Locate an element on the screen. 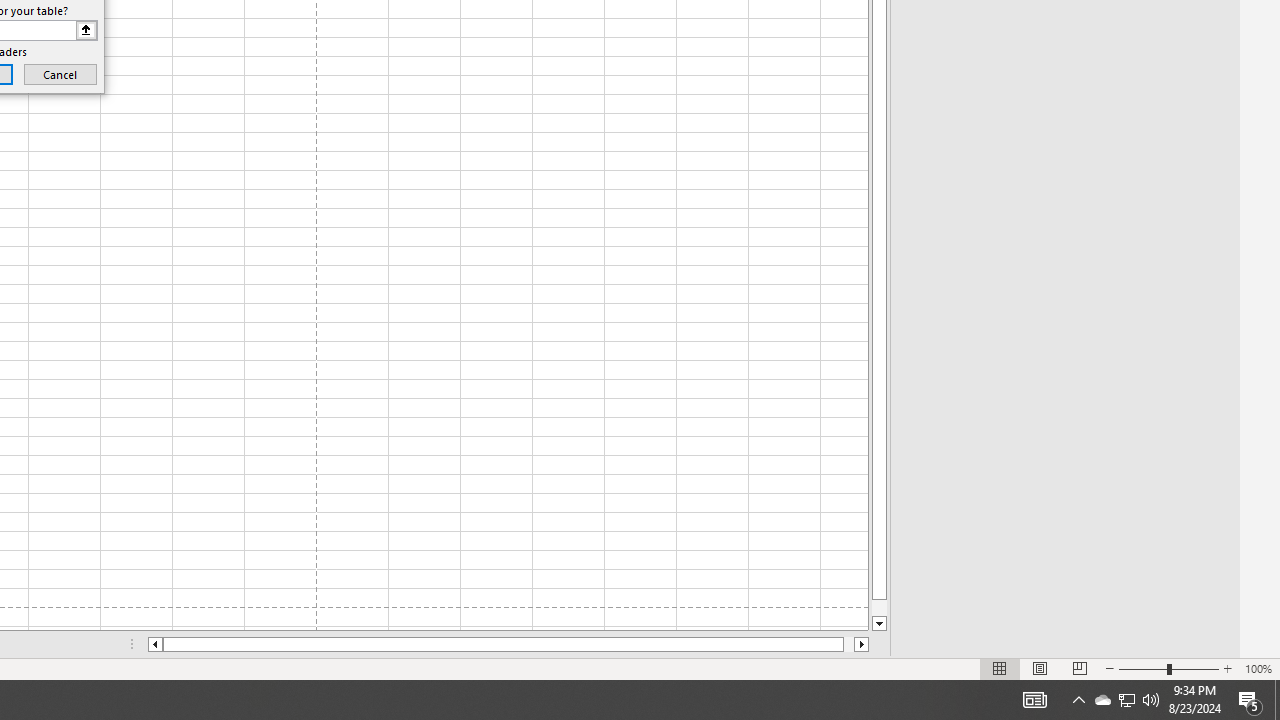 Image resolution: width=1280 pixels, height=720 pixels. 'Zoom Out' is located at coordinates (1143, 669).